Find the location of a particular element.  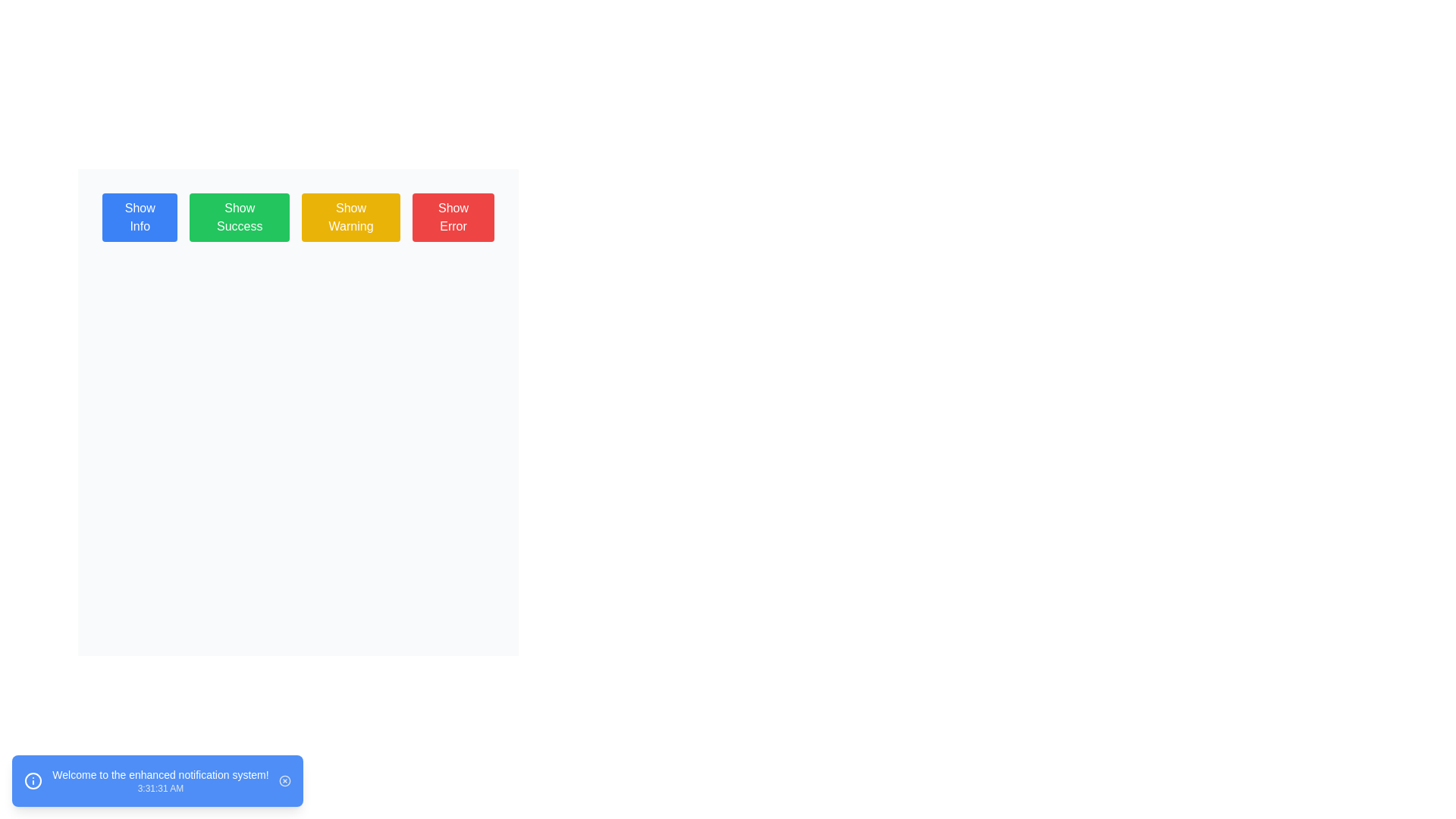

the close button, which is a small gray icon with a cross inside a circular frame, located in the far-right corner of the blue rounded rectangle notification component at the bottom of the page is located at coordinates (284, 780).